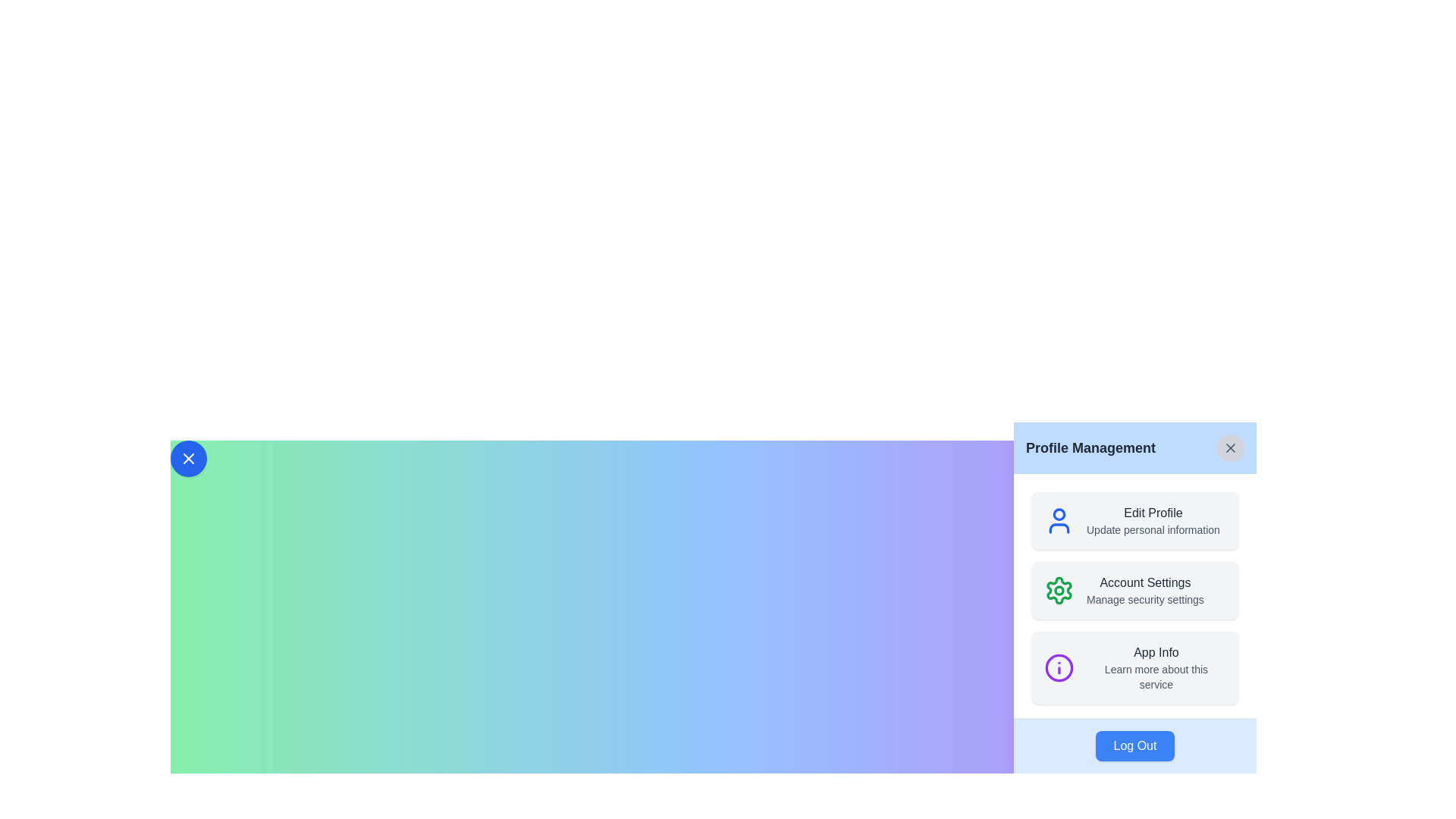  I want to click on the text label 'Update personal information' located below the 'Edit Profile' header, so click(1153, 529).